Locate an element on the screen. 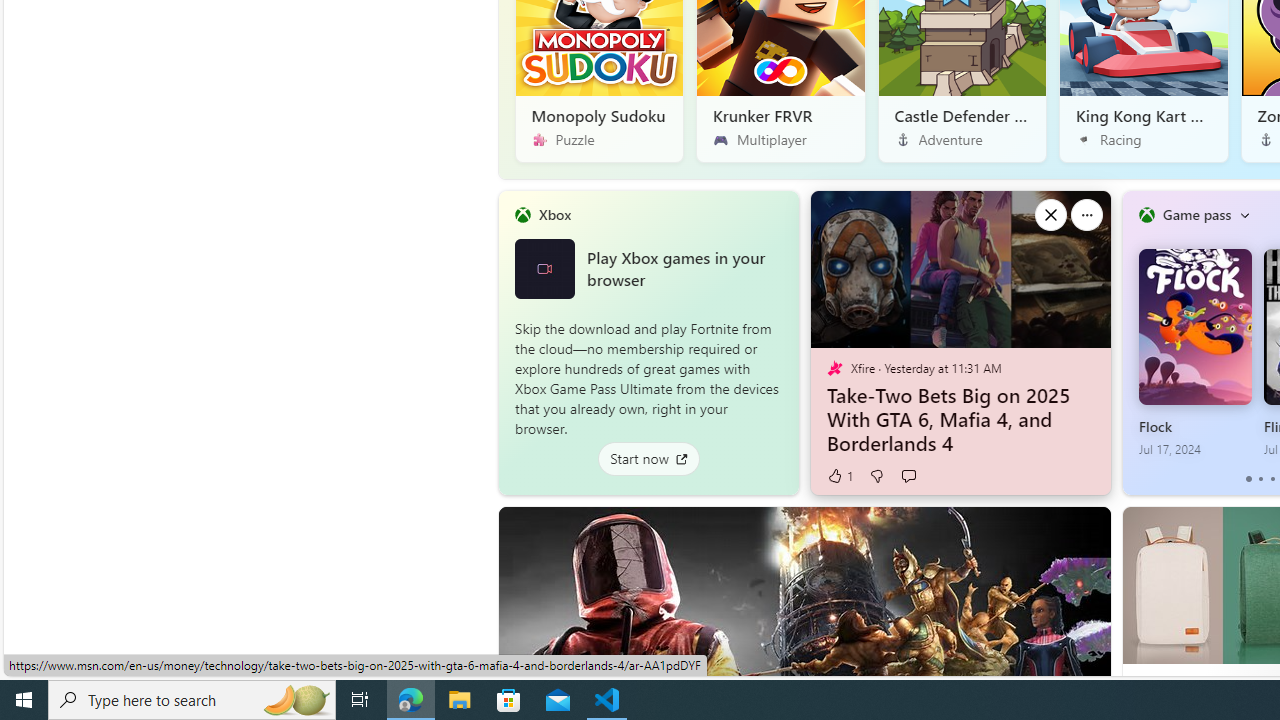 Image resolution: width=1280 pixels, height=720 pixels. 'Xbox' is located at coordinates (554, 214).